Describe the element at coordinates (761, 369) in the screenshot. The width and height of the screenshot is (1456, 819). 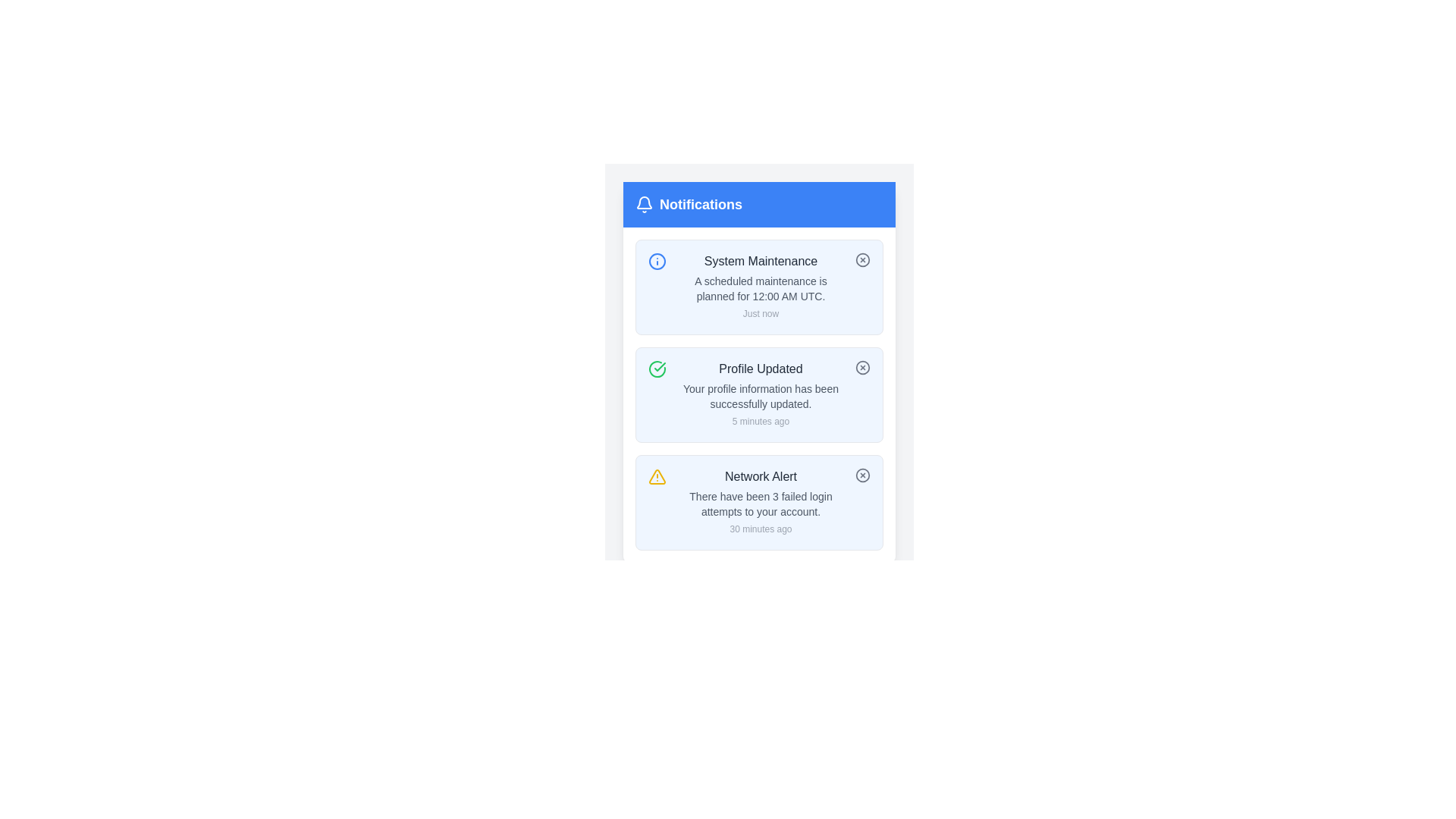
I see `the Text Label at the top of the notification card, which summarizes the content of the notification below` at that location.